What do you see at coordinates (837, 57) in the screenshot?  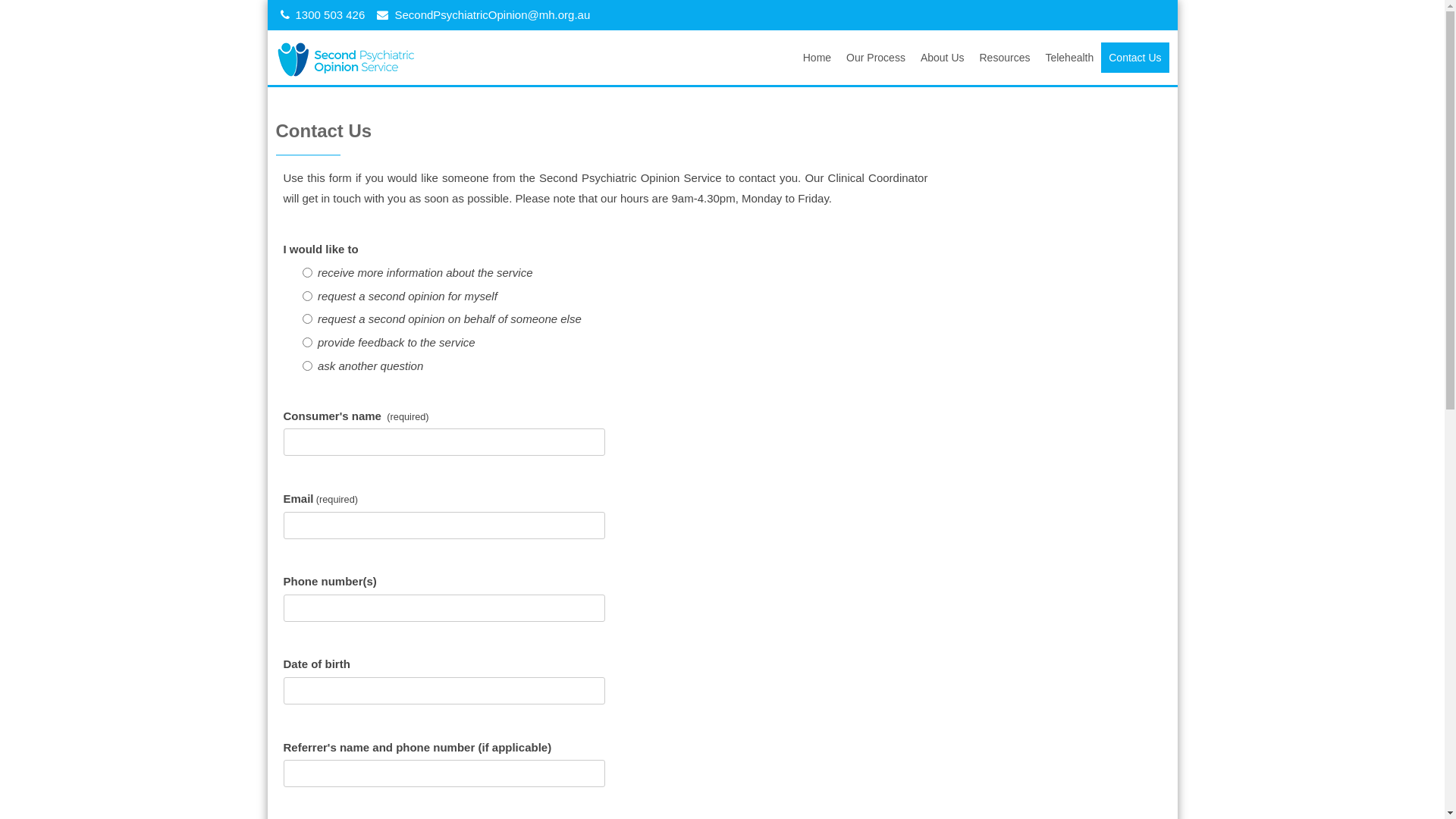 I see `'Our Process'` at bounding box center [837, 57].